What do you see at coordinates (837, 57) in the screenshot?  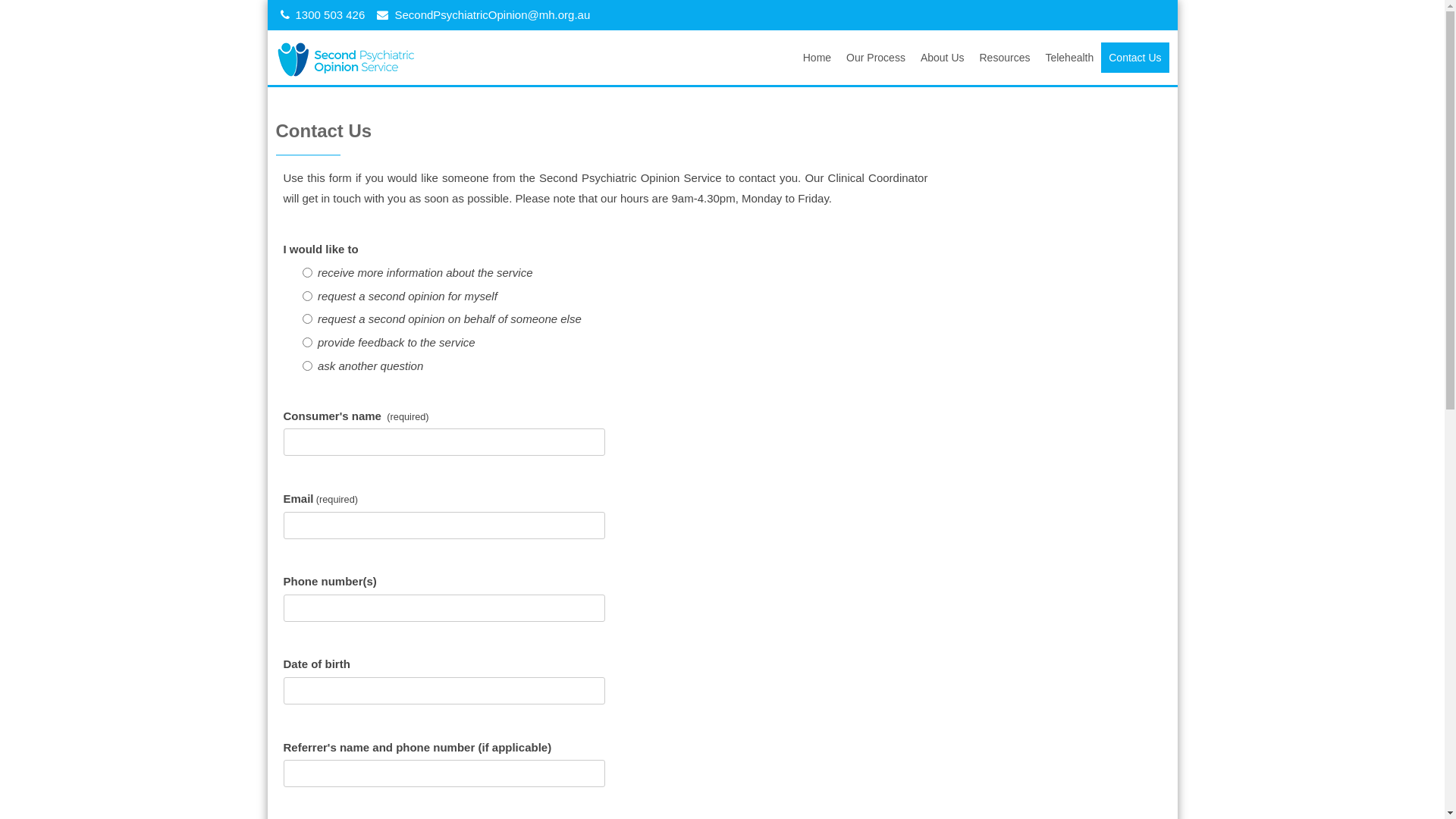 I see `'Our Process'` at bounding box center [837, 57].